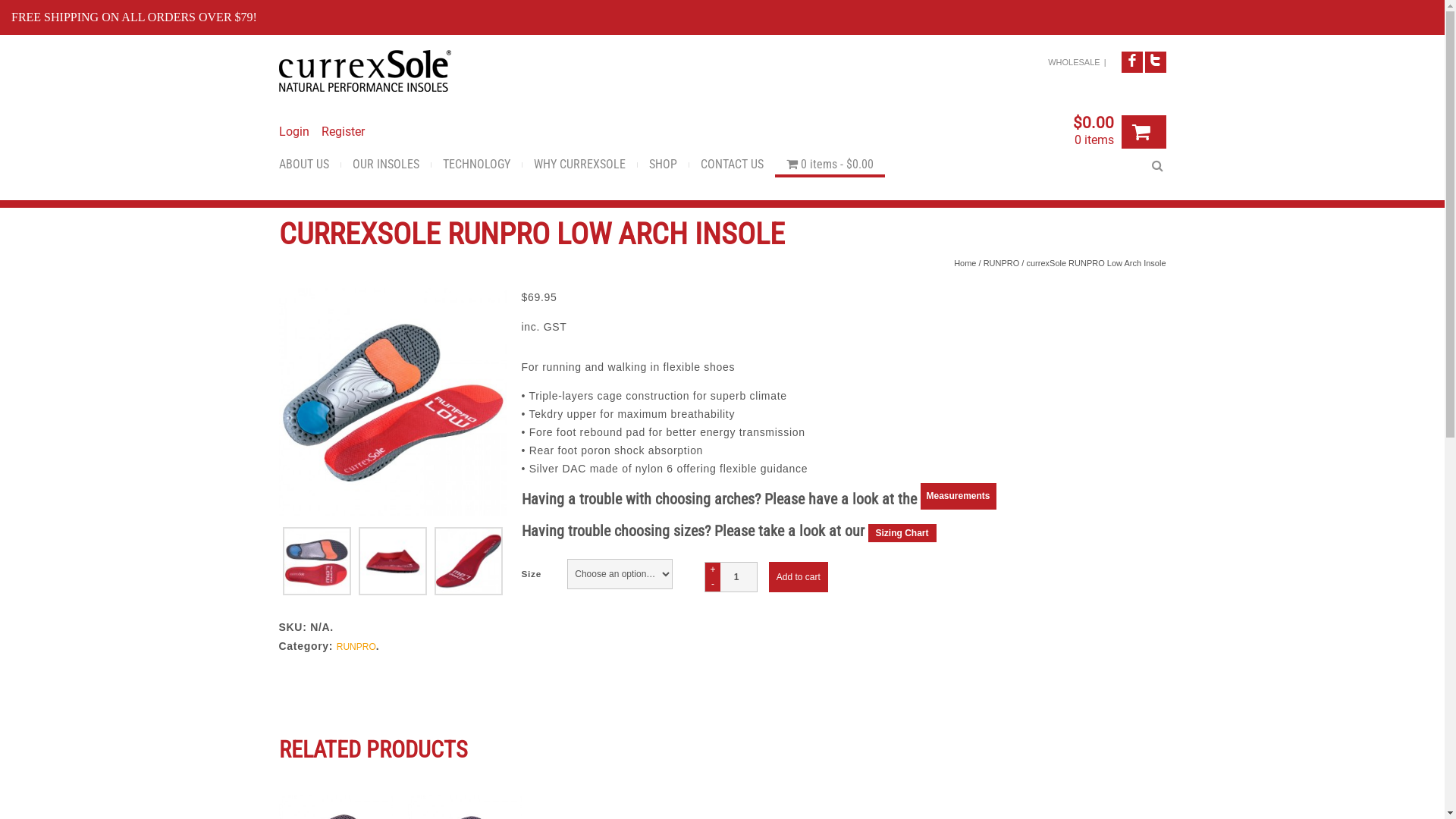 The image size is (1456, 819). I want to click on 'Measurements', so click(957, 500).